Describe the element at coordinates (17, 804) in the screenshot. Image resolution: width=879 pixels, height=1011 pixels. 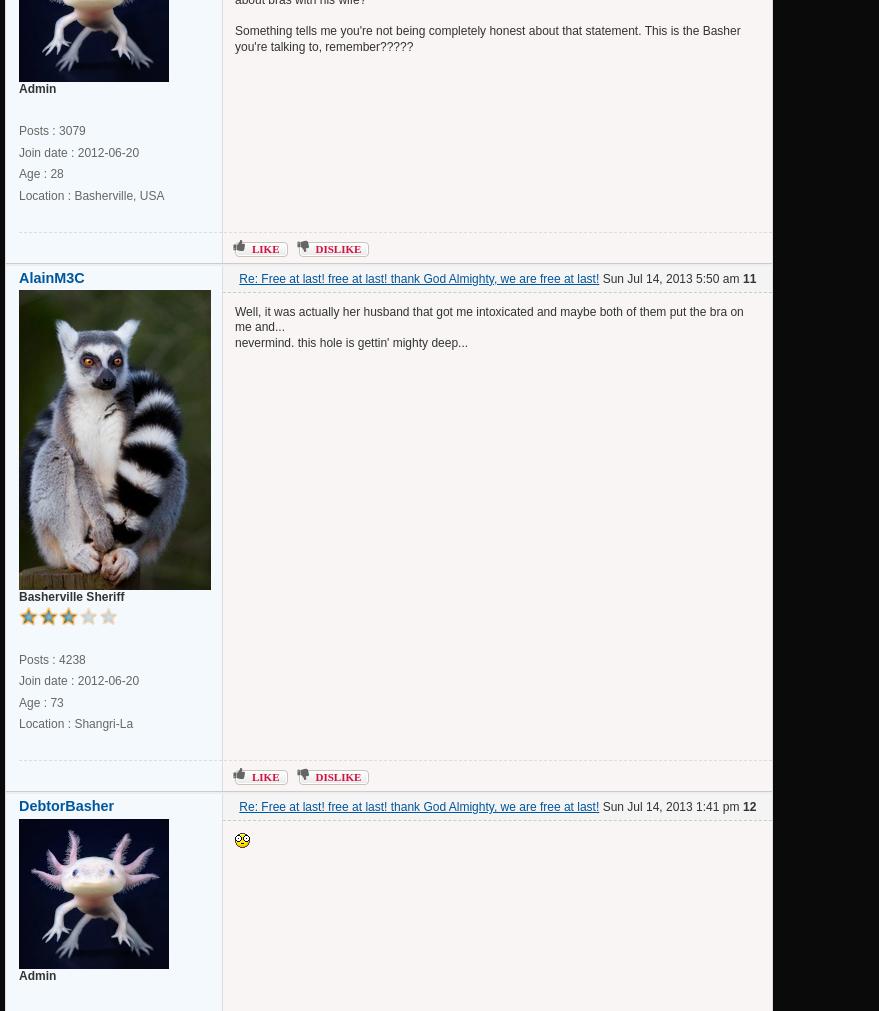
I see `'DebtorBasher'` at that location.